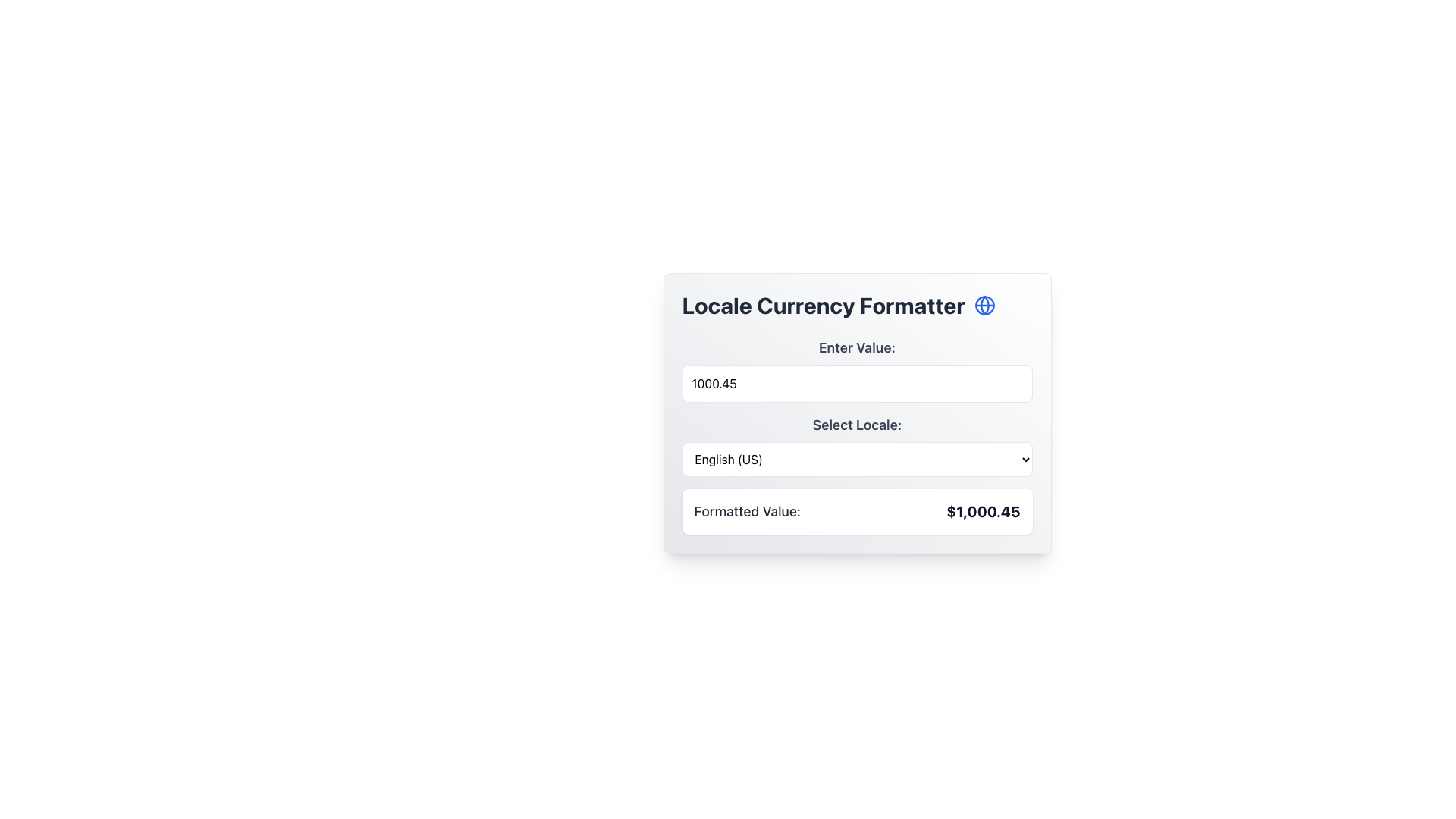 This screenshot has width=1456, height=819. Describe the element at coordinates (857, 425) in the screenshot. I see `the heading text 'Select Locale:' which is styled in gray and positioned above the dropdown menu in the 'Locale Selector' component` at that location.